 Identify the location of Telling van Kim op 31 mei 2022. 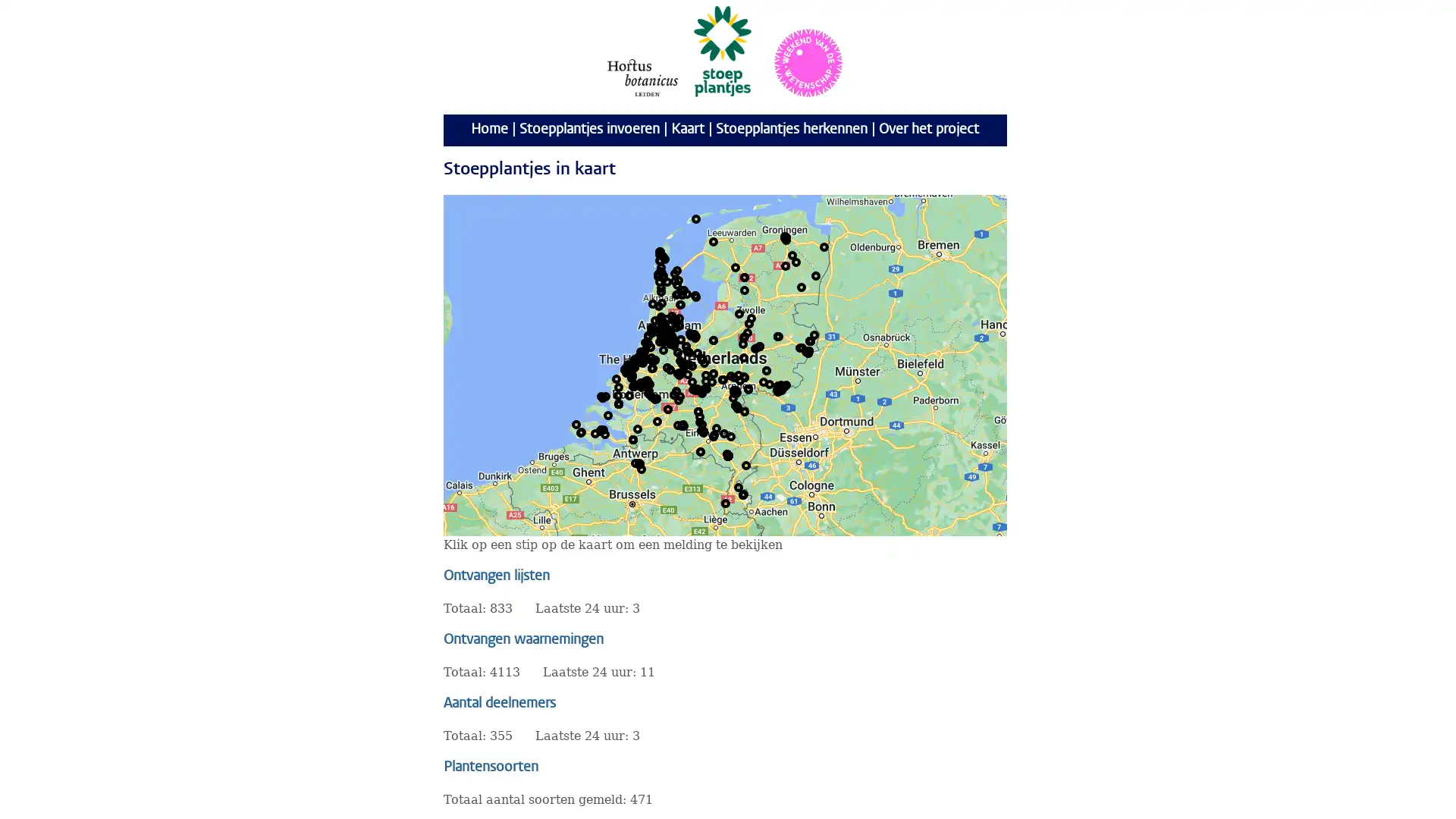
(619, 403).